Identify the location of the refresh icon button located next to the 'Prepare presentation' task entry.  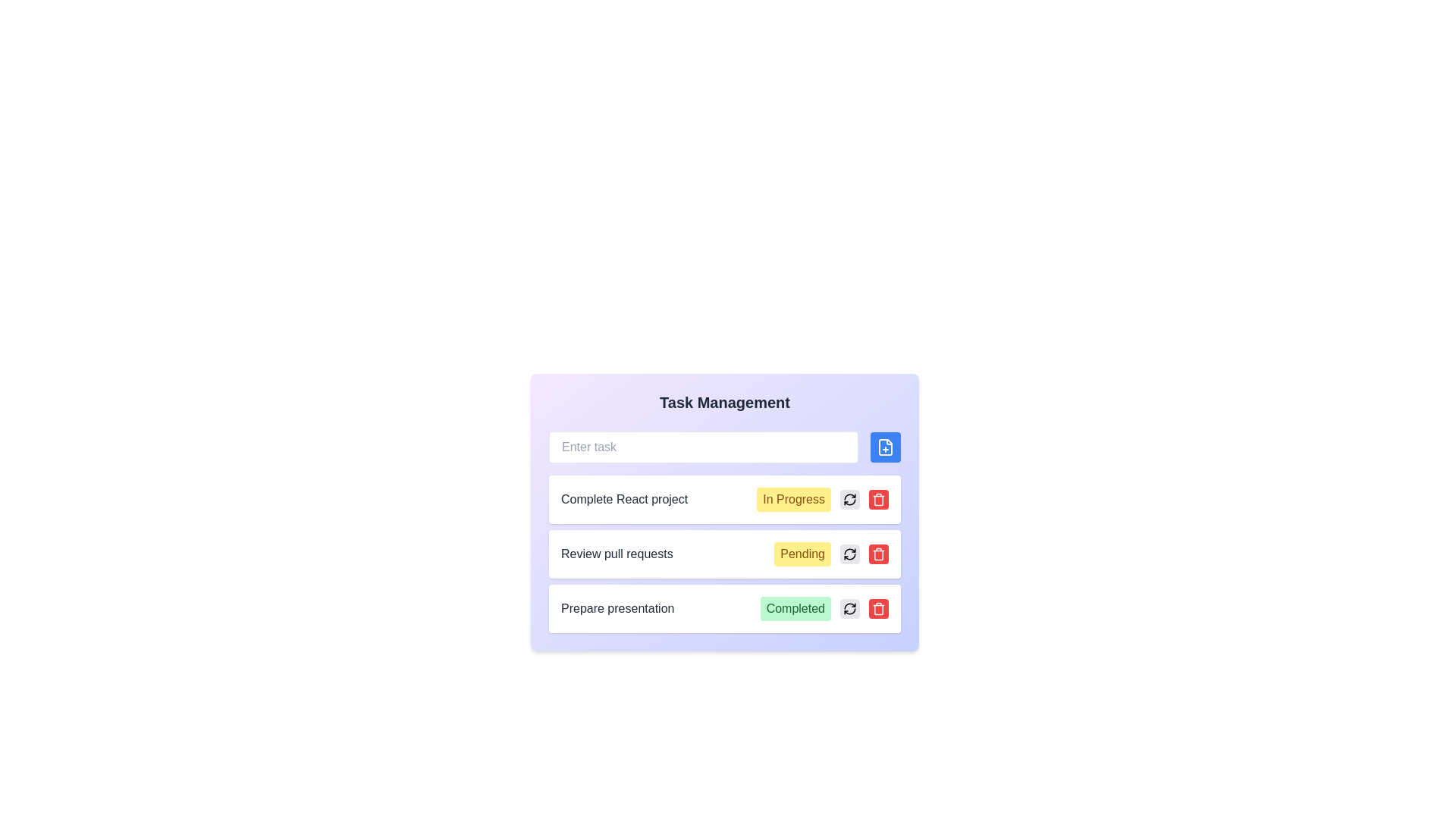
(850, 607).